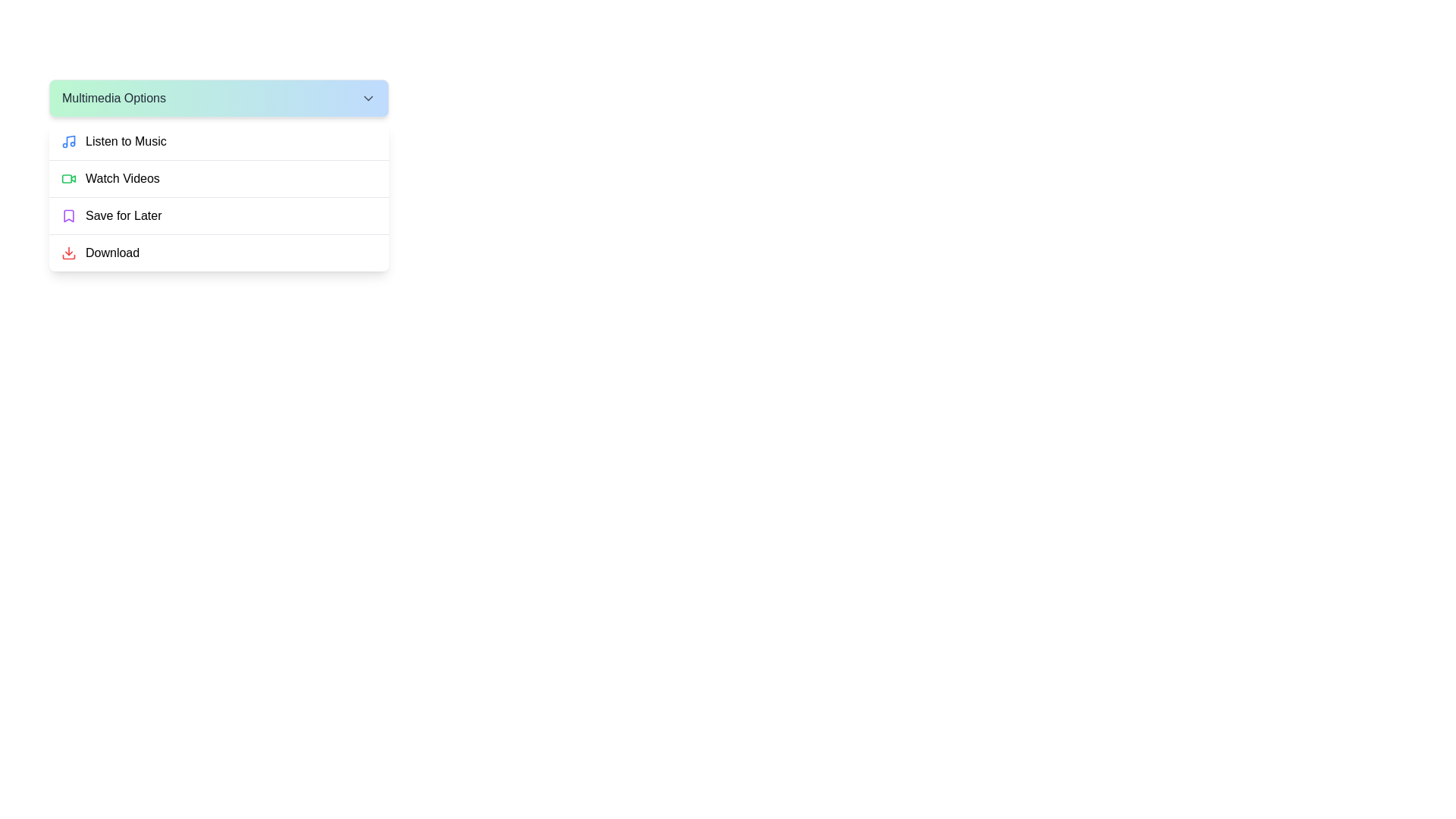  What do you see at coordinates (218, 141) in the screenshot?
I see `the first menu item in the 'Multimedia Options' dropdown list` at bounding box center [218, 141].